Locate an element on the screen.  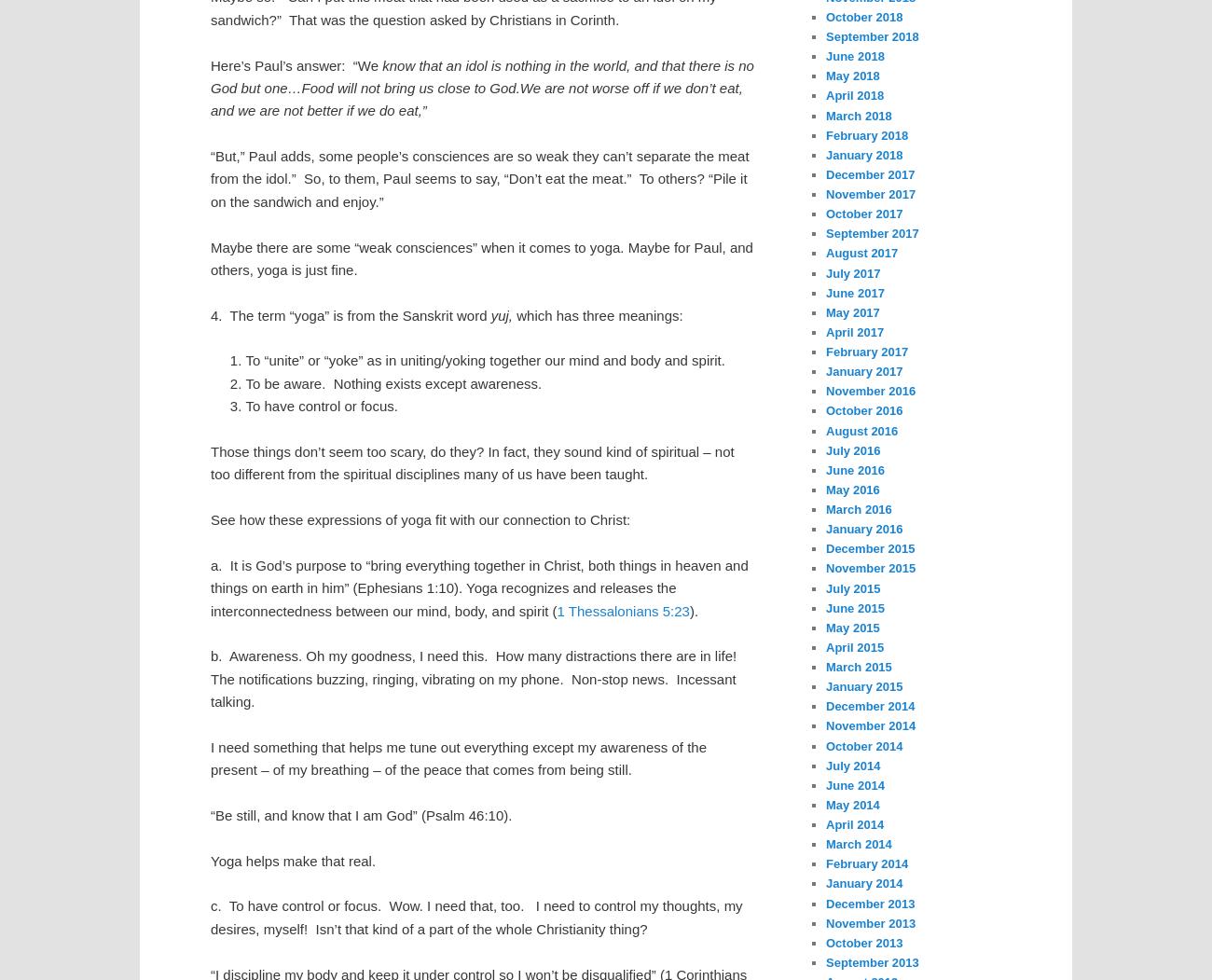
'b.' is located at coordinates (215, 655).